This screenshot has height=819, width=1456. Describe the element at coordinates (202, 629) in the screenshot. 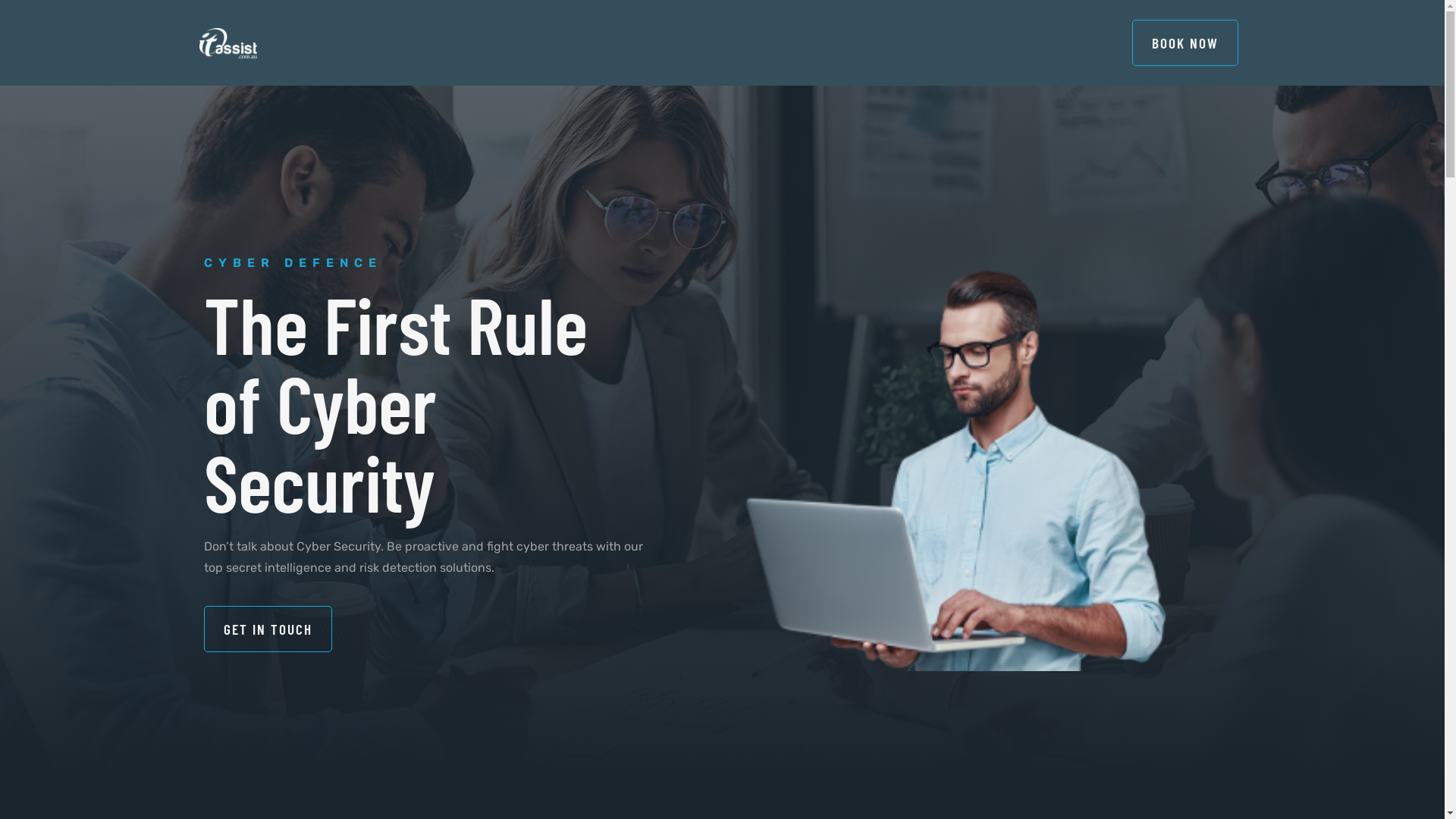

I see `'GET IN TOUCH'` at that location.